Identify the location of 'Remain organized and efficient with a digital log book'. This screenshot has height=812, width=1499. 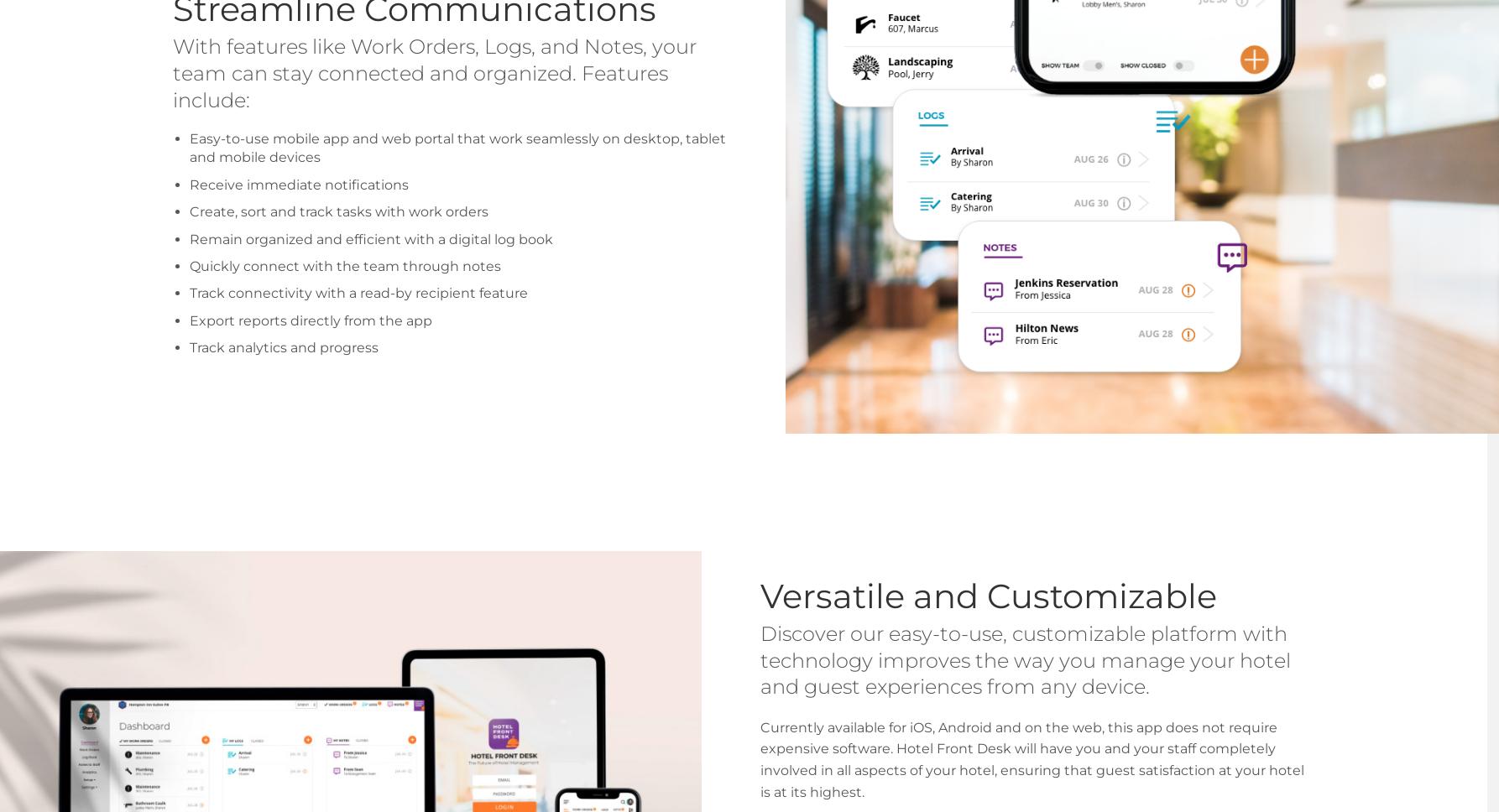
(188, 237).